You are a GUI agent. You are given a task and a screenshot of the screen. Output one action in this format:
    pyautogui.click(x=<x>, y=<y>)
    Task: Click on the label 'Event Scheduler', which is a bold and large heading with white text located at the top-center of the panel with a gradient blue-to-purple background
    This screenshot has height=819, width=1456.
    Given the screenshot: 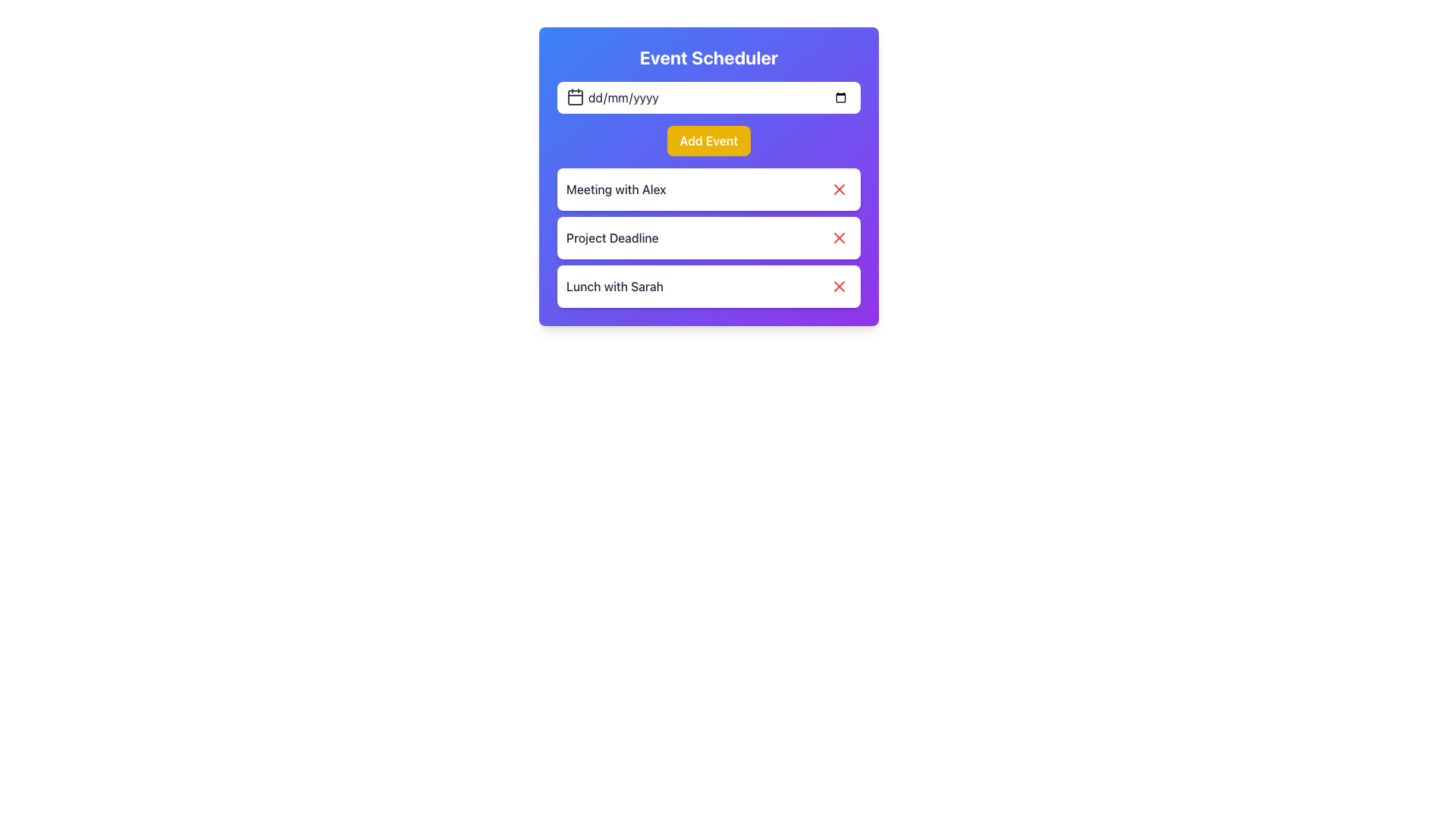 What is the action you would take?
    pyautogui.click(x=708, y=57)
    